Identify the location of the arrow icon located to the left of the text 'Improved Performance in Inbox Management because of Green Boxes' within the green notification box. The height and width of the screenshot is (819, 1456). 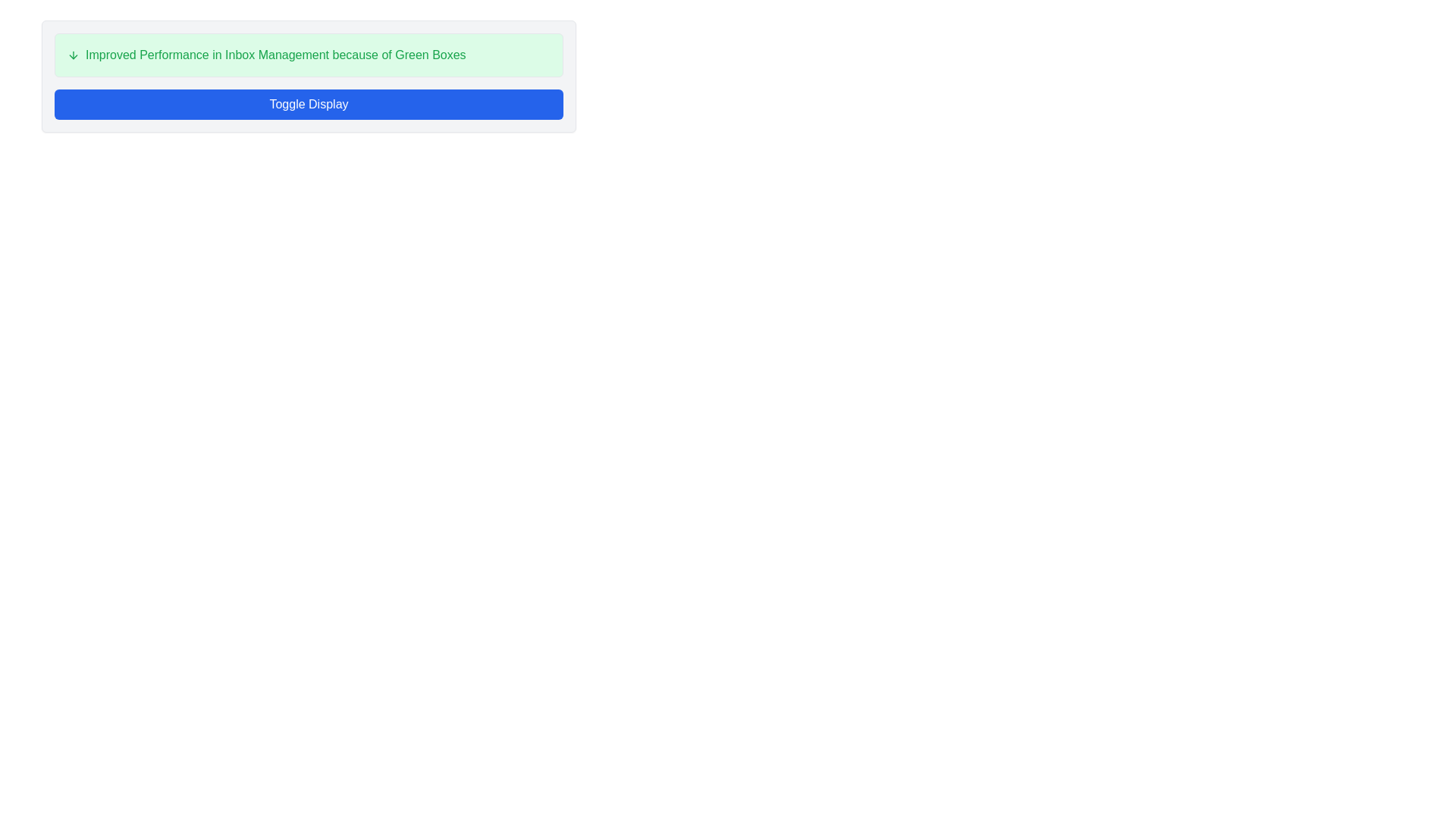
(72, 55).